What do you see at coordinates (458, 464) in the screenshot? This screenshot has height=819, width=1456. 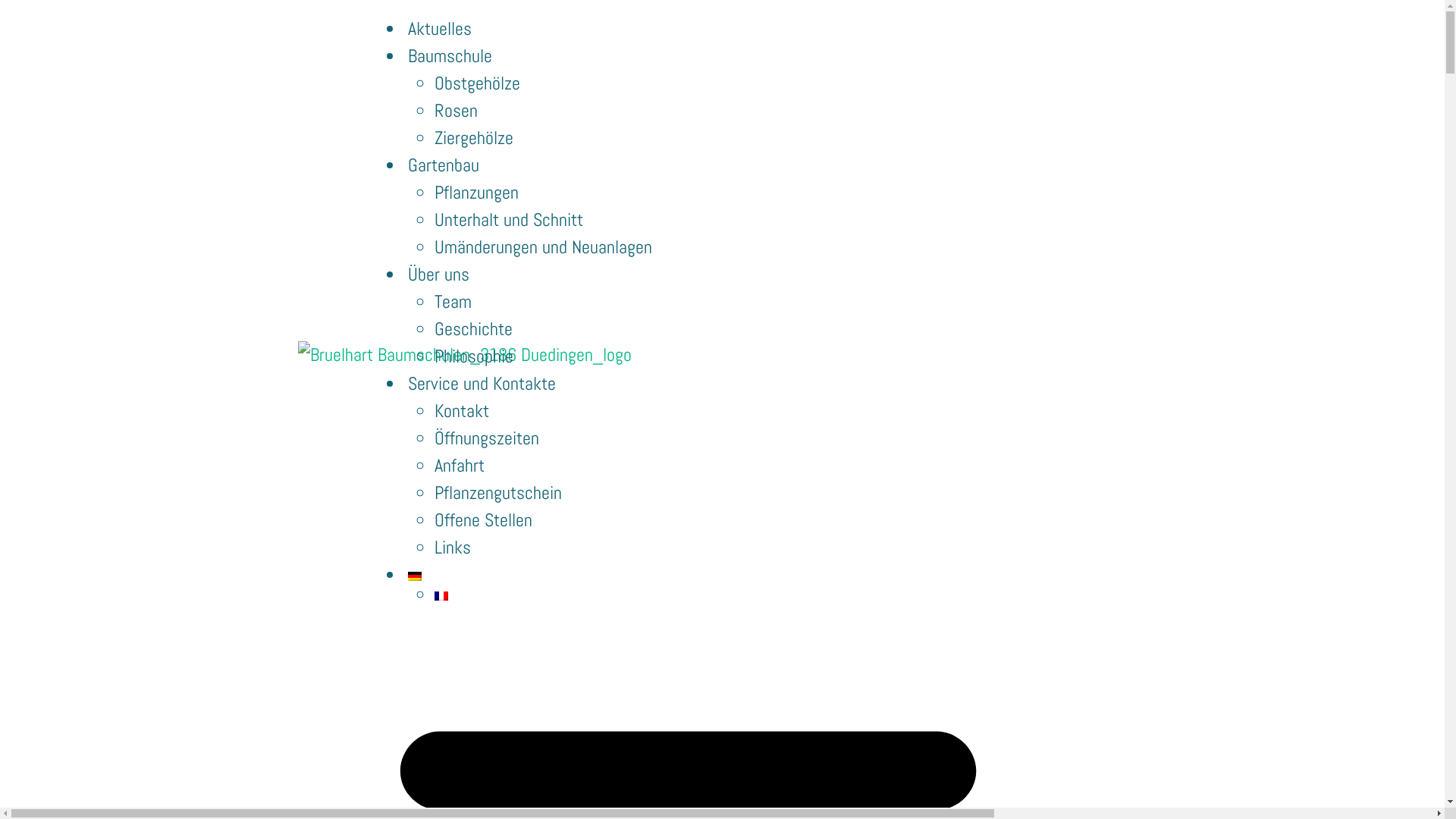 I see `'Anfahrt'` at bounding box center [458, 464].